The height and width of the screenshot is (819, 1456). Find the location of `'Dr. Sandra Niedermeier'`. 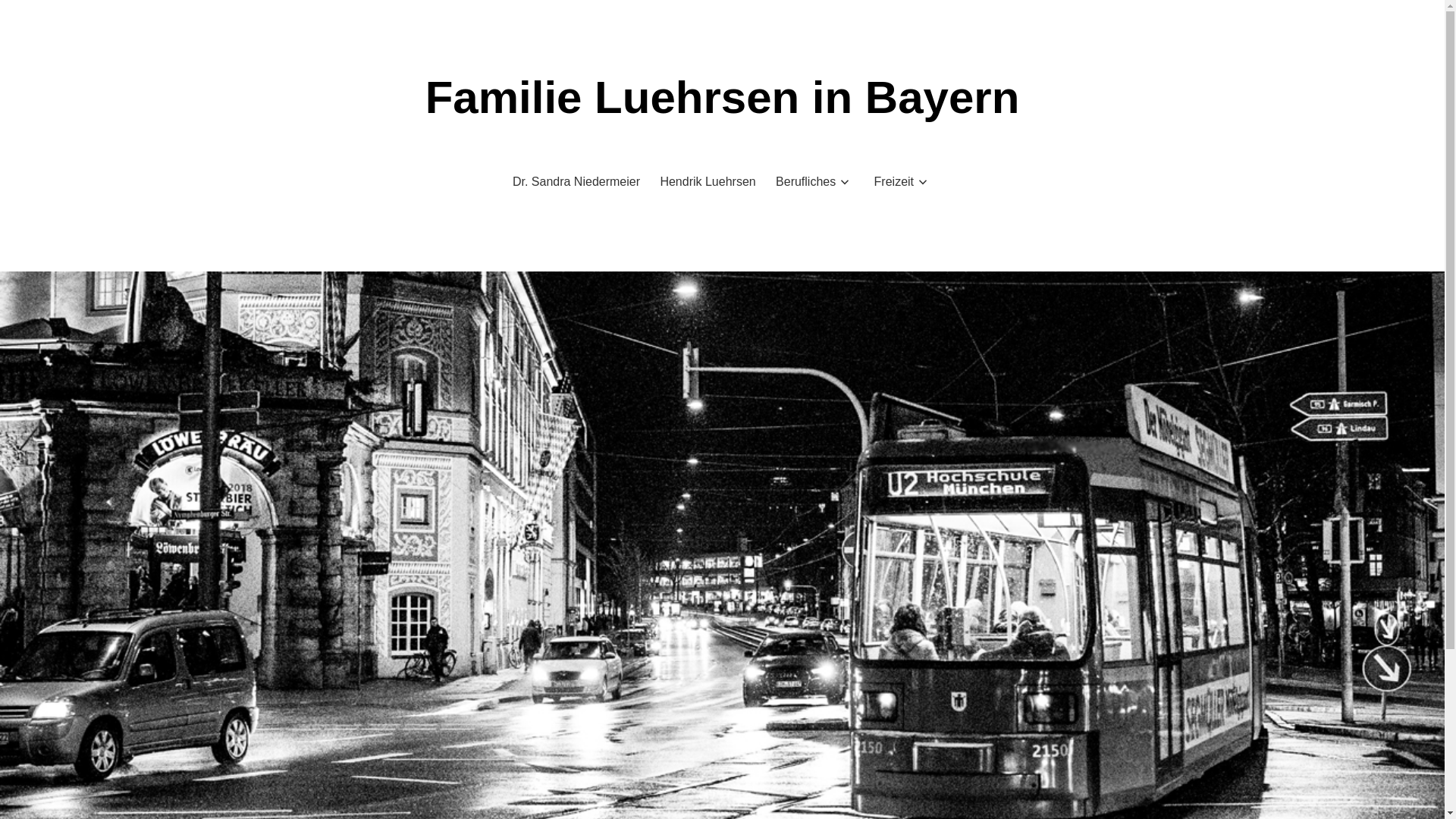

'Dr. Sandra Niedermeier' is located at coordinates (575, 180).